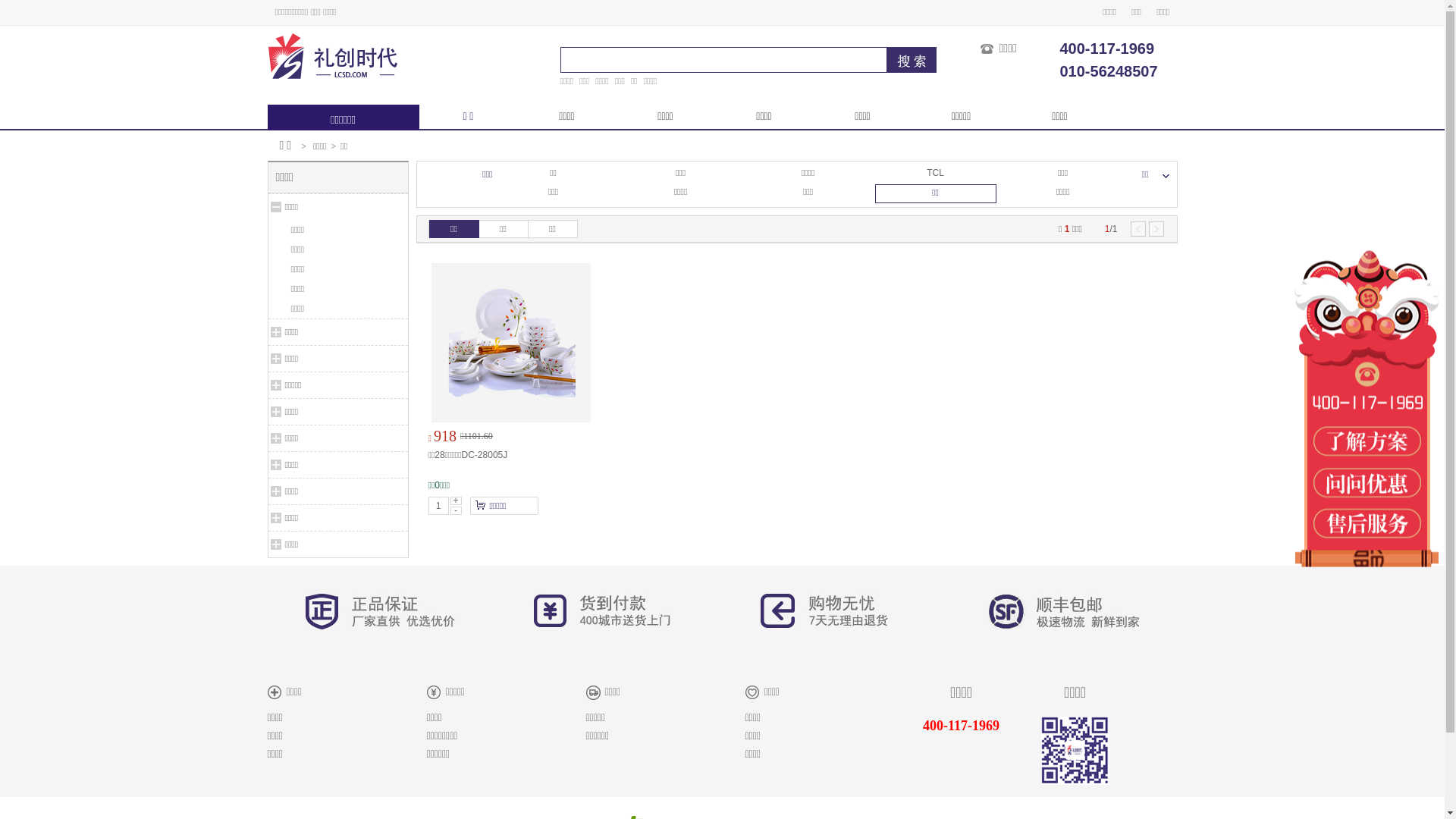 The width and height of the screenshot is (1456, 819). What do you see at coordinates (455, 510) in the screenshot?
I see `'-'` at bounding box center [455, 510].